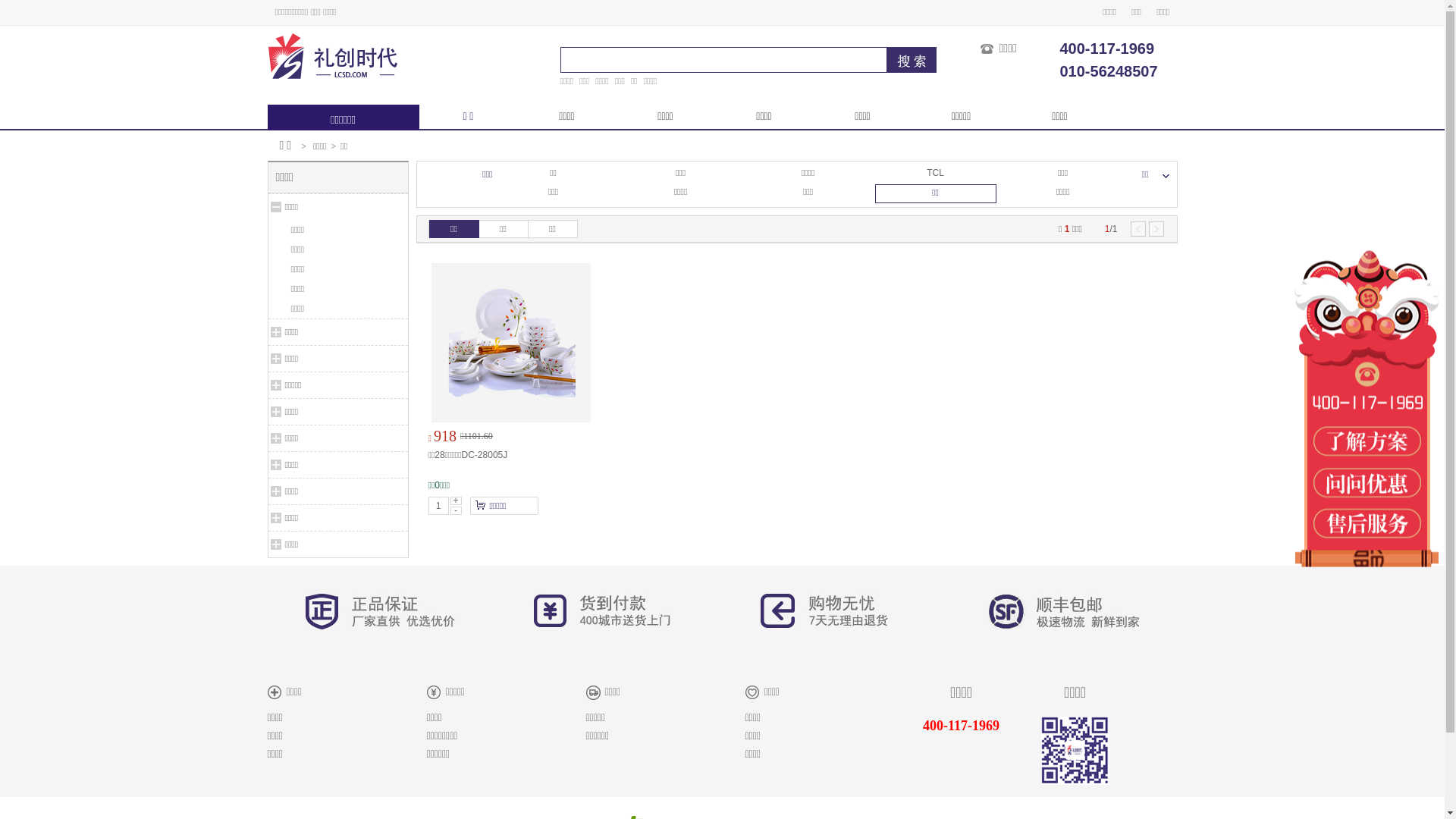 The width and height of the screenshot is (1456, 819). What do you see at coordinates (455, 510) in the screenshot?
I see `'-'` at bounding box center [455, 510].